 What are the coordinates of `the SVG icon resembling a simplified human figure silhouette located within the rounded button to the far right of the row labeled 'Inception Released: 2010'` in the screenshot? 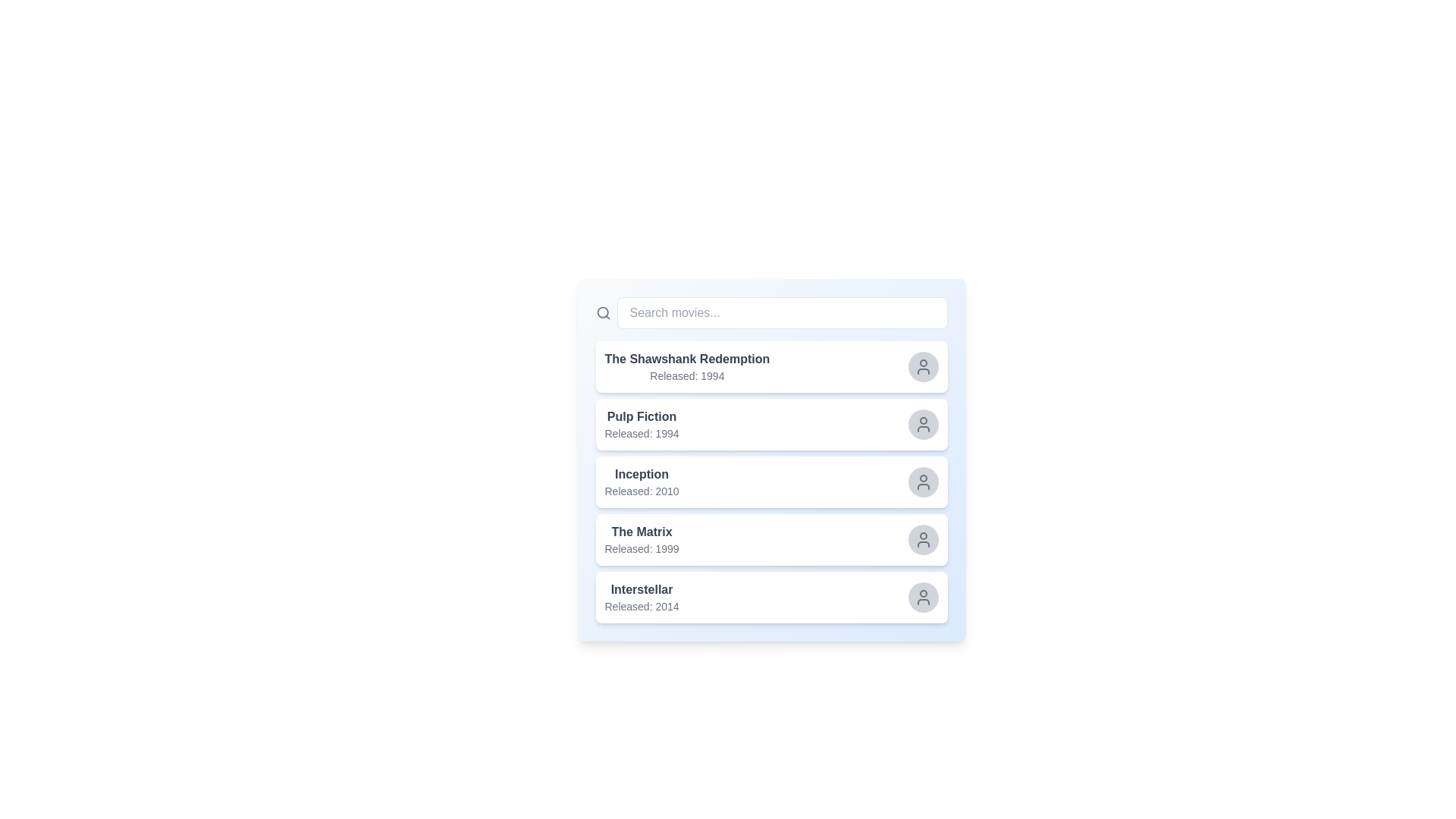 It's located at (922, 482).